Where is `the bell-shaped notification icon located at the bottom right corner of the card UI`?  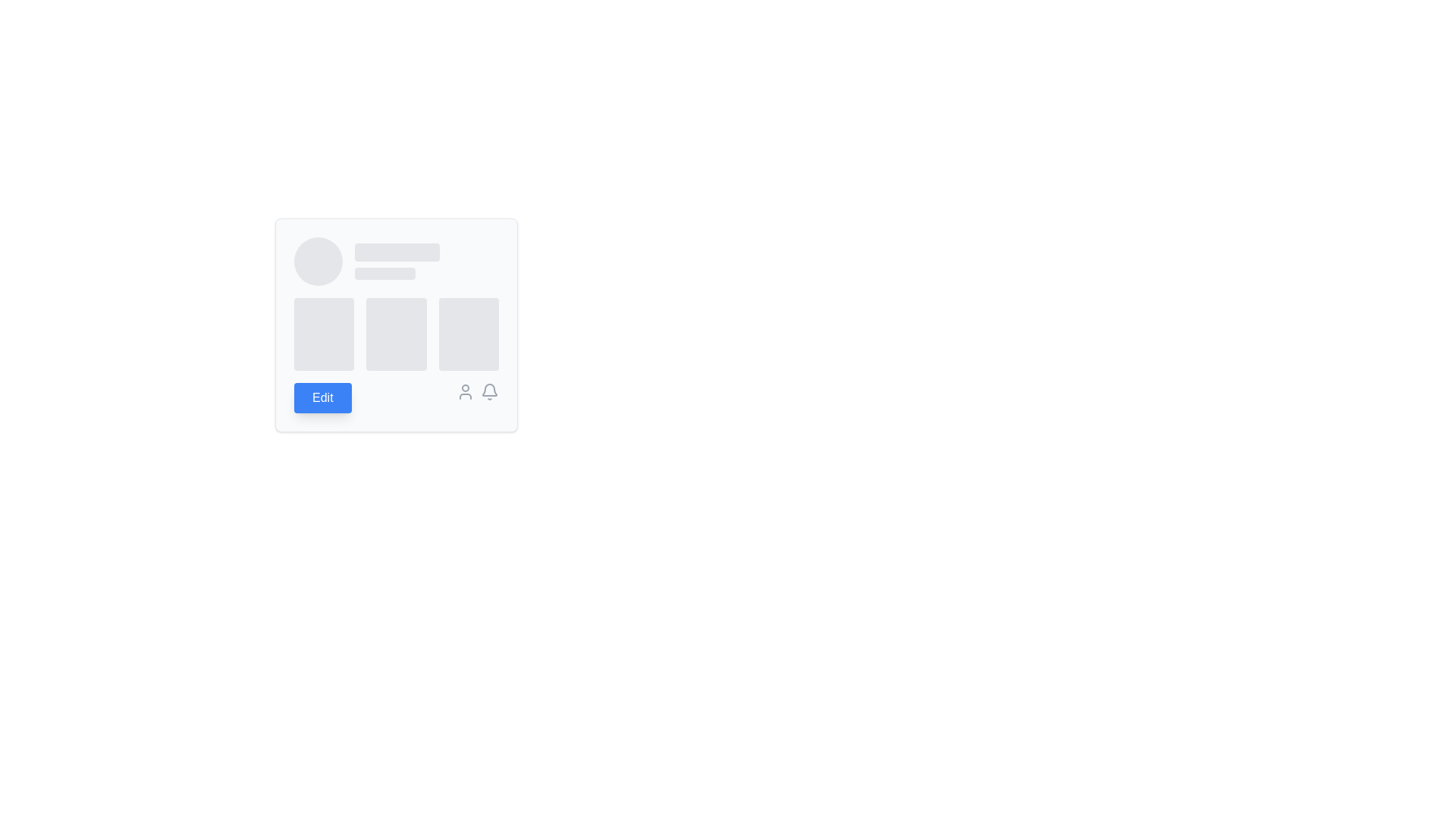 the bell-shaped notification icon located at the bottom right corner of the card UI is located at coordinates (490, 389).